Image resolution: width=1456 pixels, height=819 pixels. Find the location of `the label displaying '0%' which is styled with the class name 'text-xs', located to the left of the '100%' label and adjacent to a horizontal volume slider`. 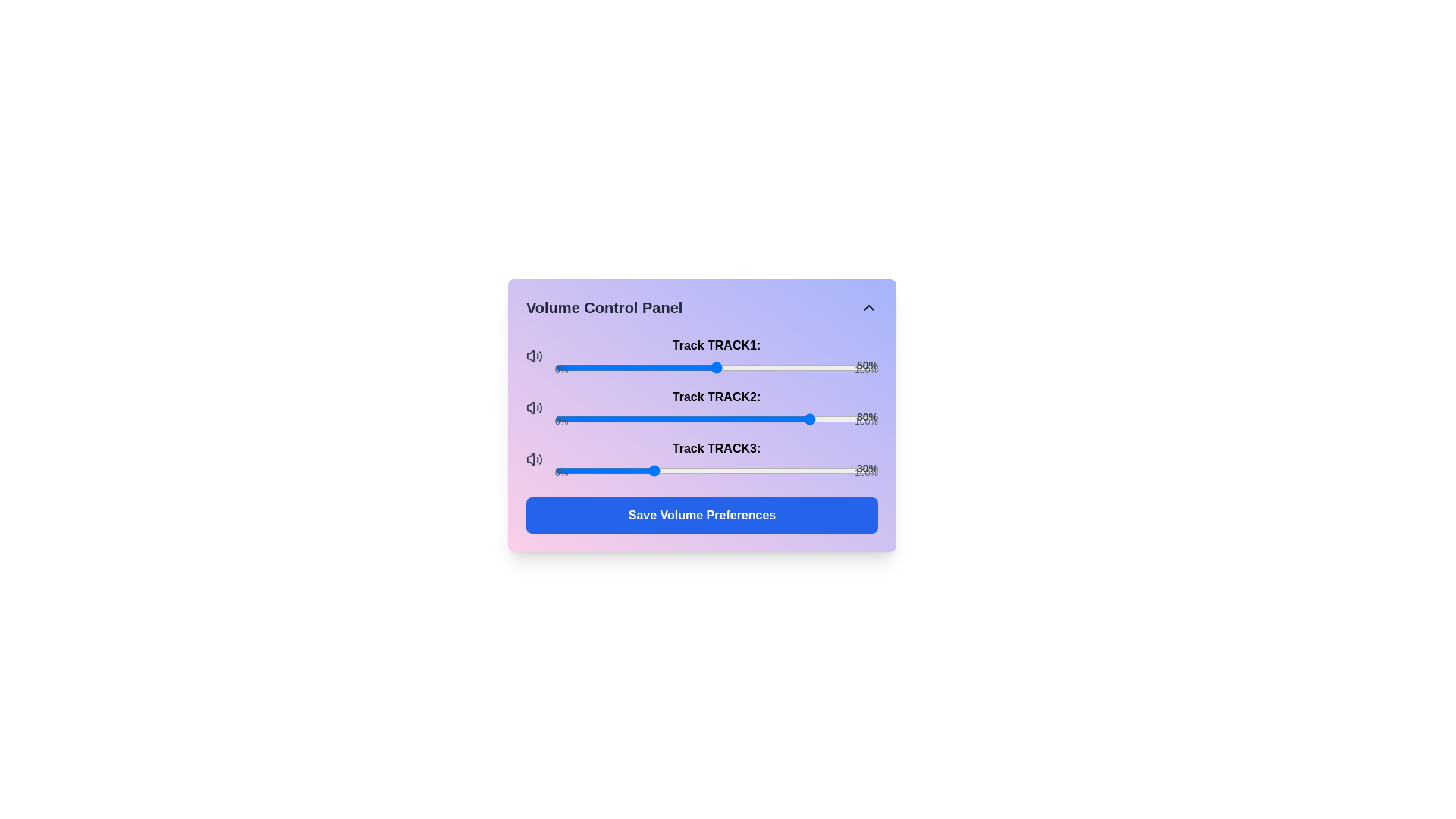

the label displaying '0%' which is styled with the class name 'text-xs', located to the left of the '100%' label and adjacent to a horizontal volume slider is located at coordinates (560, 370).